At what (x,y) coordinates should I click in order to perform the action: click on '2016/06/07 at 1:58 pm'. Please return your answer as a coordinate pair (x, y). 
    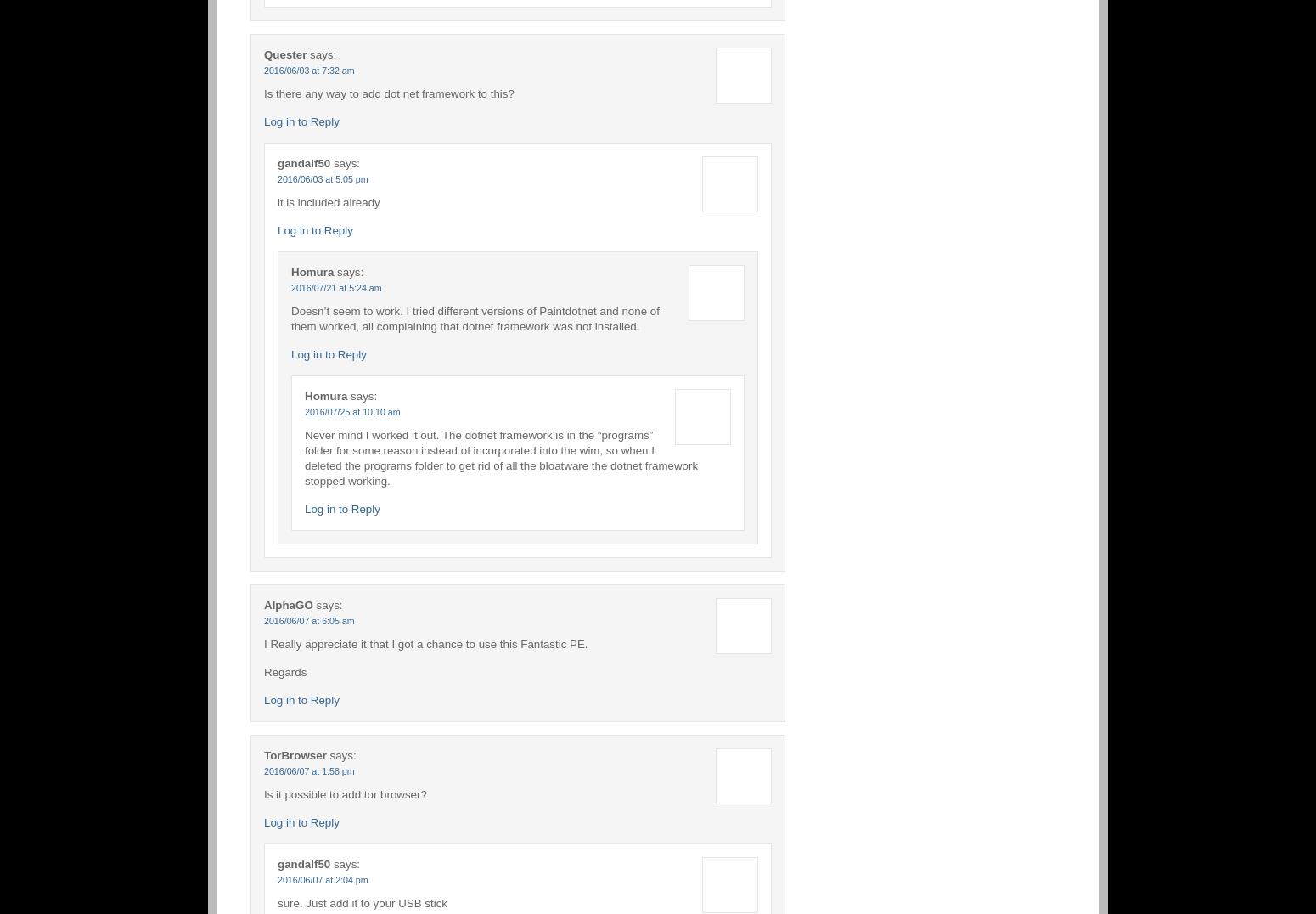
    Looking at the image, I should click on (307, 769).